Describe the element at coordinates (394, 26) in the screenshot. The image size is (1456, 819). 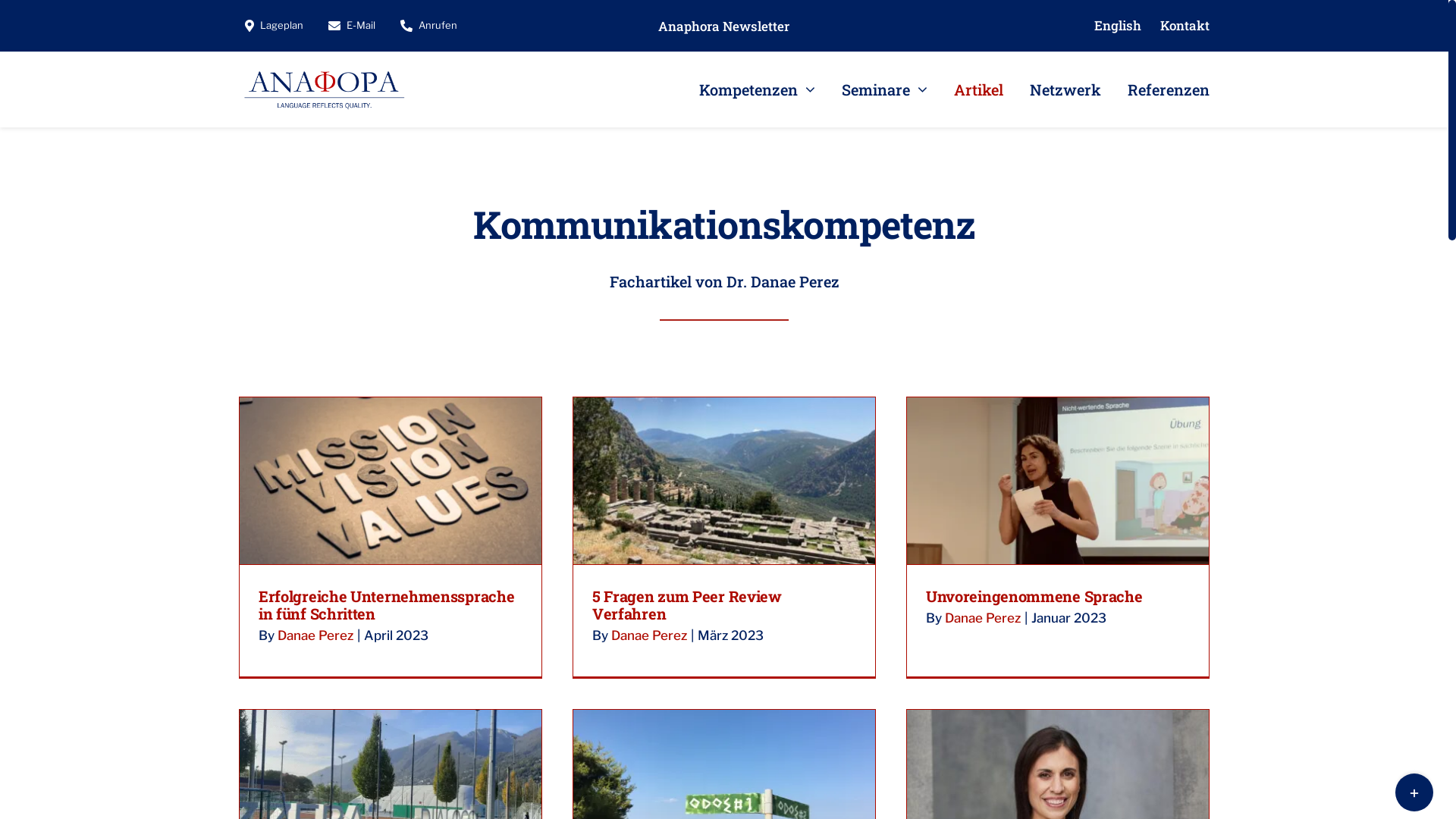
I see `'Anrufen'` at that location.